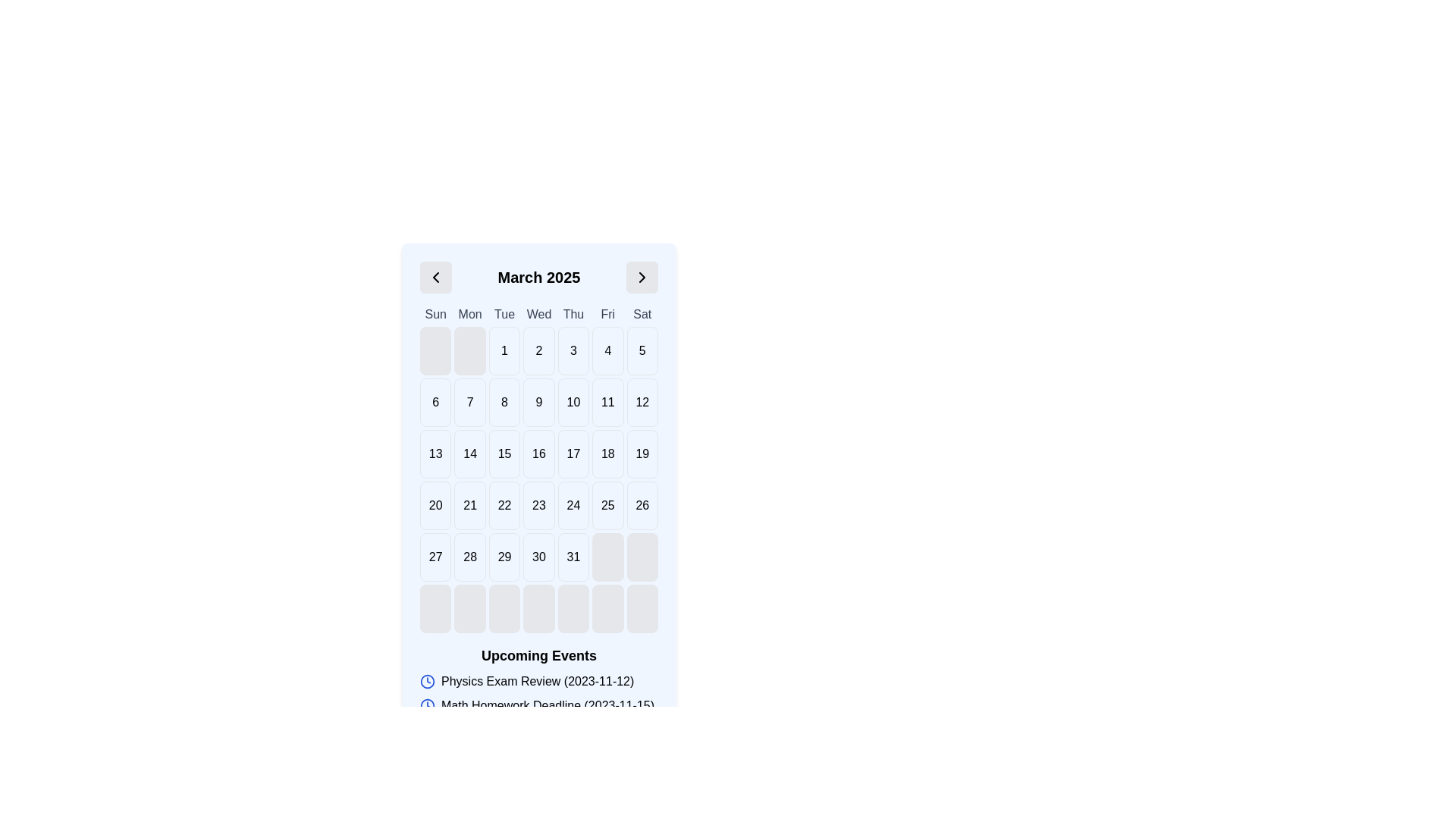  What do you see at coordinates (573, 453) in the screenshot?
I see `the calendar date box indicating the date '17' in the fifth column of the third row for March 2025` at bounding box center [573, 453].